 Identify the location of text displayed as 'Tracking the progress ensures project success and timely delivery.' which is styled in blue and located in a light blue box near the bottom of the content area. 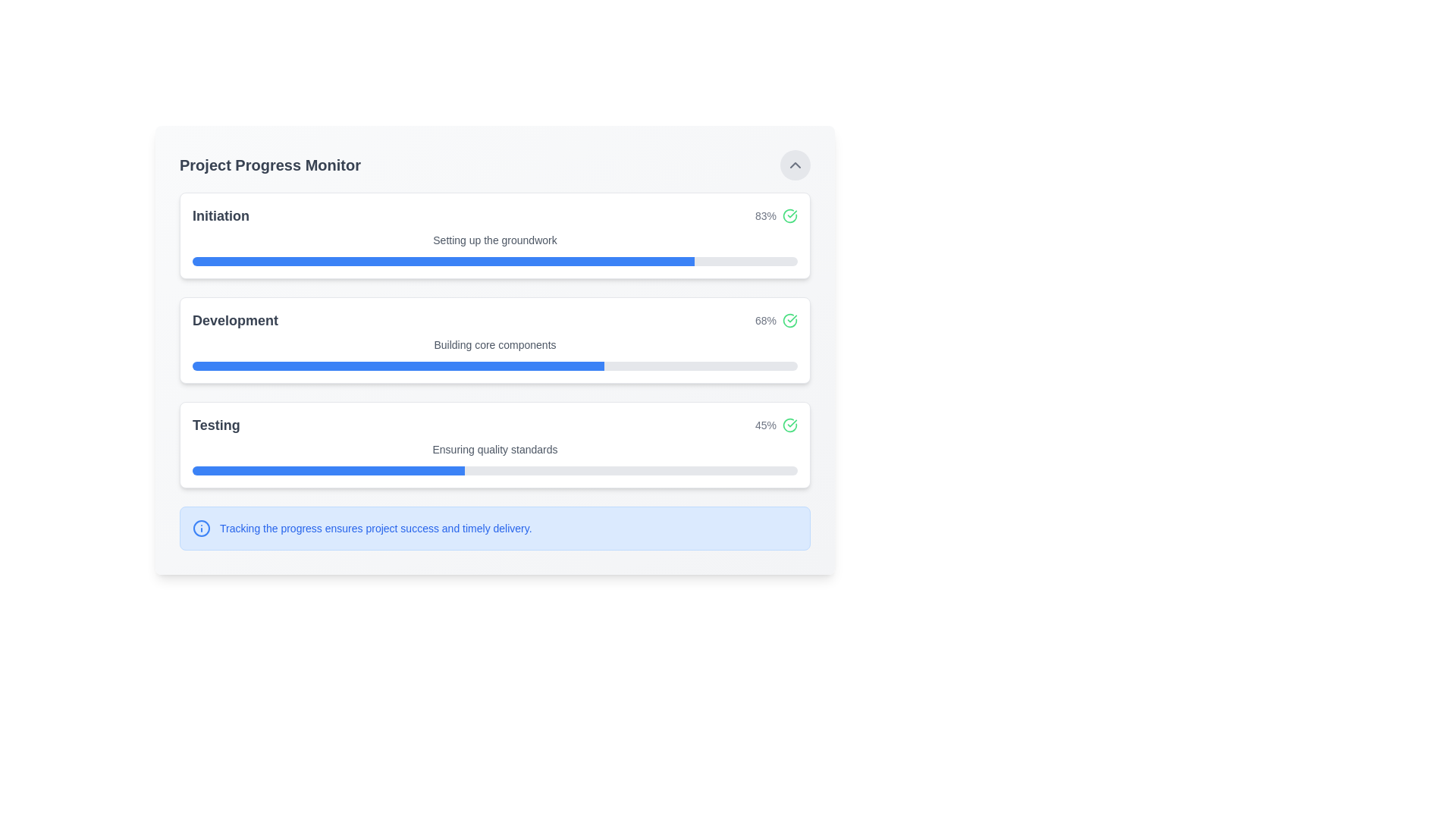
(375, 528).